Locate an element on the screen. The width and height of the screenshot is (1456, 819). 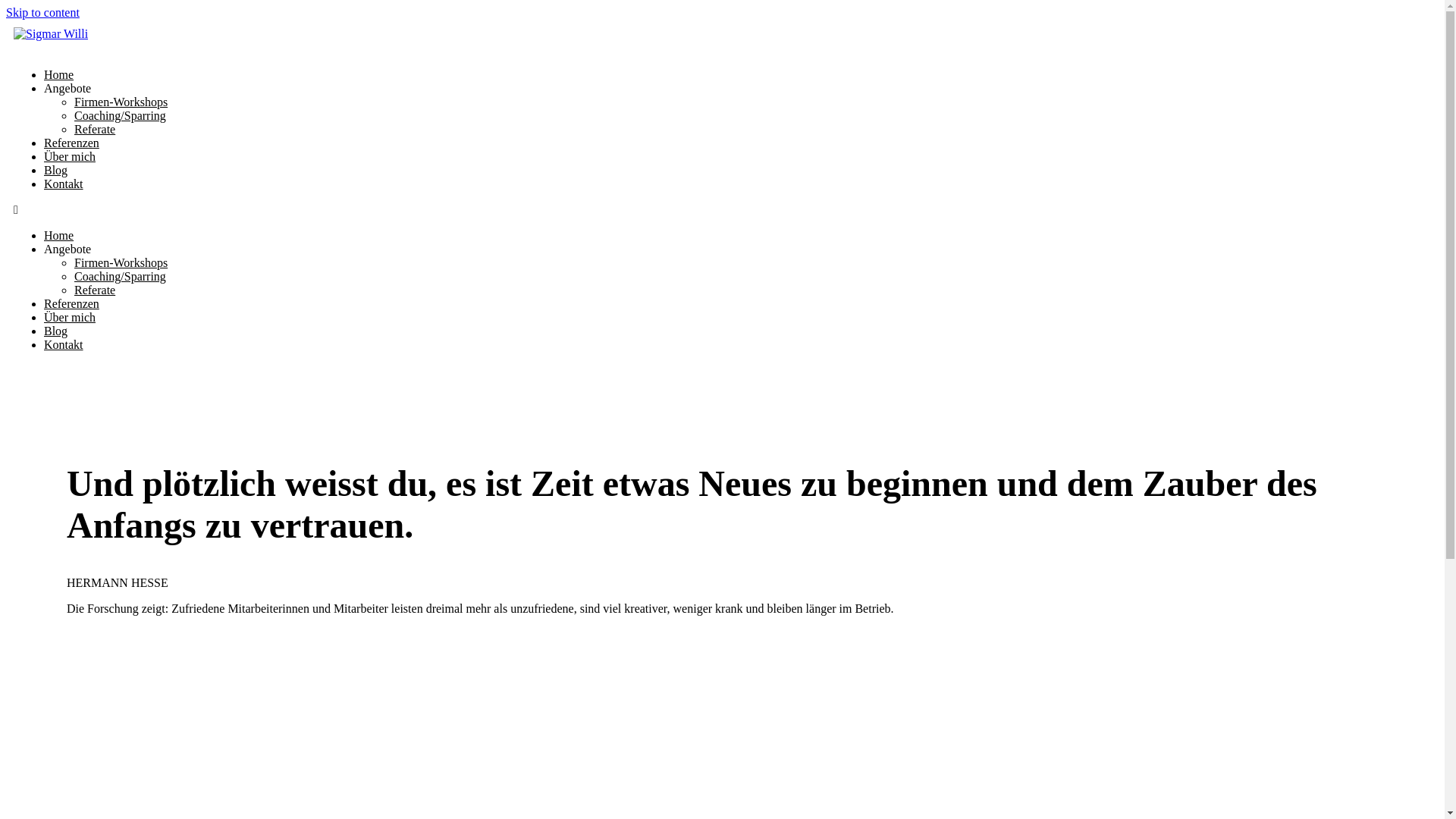
'Referenzen' is located at coordinates (71, 143).